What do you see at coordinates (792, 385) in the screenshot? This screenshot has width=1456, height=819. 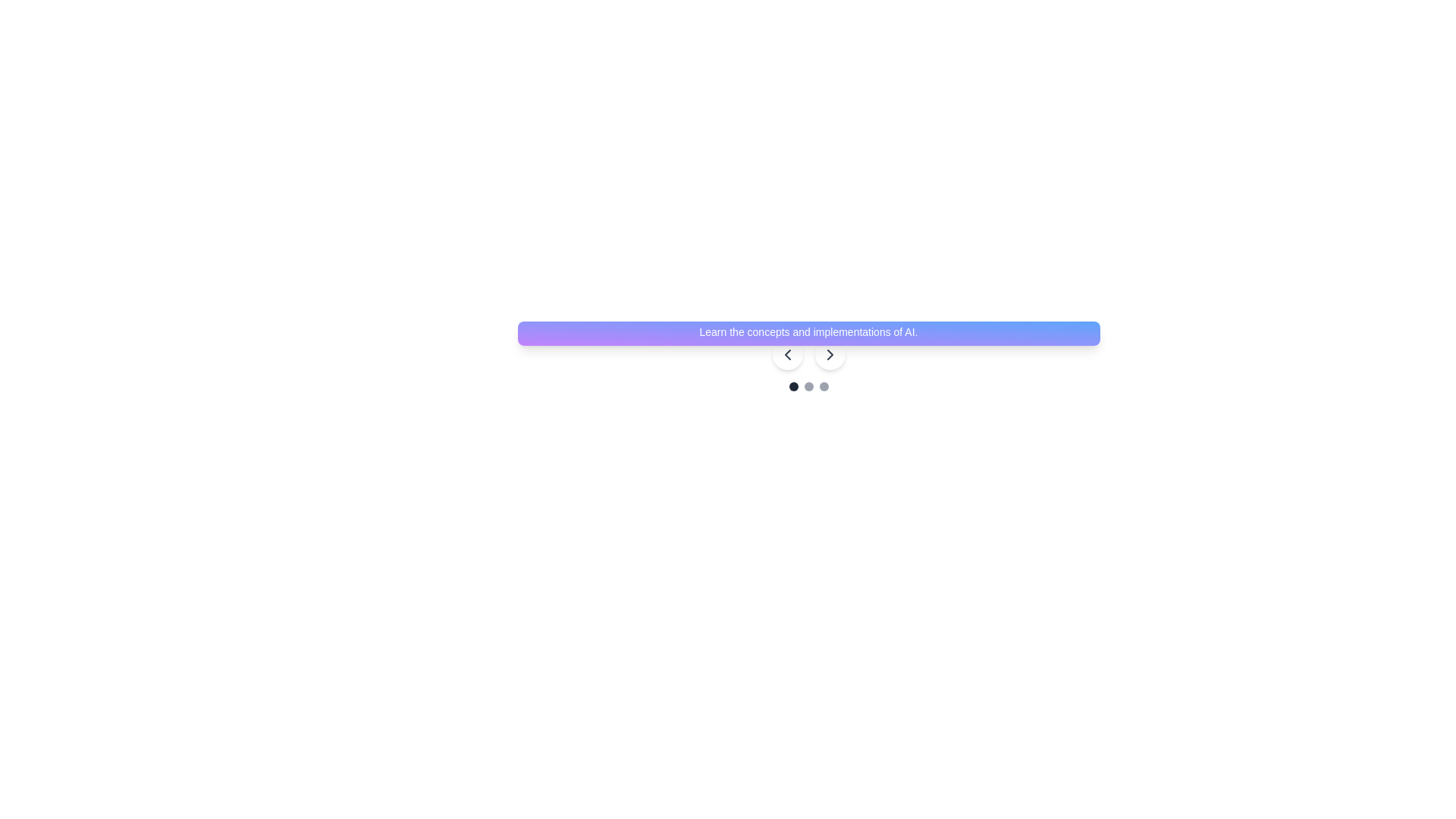 I see `the first circular indicator with a dark gray fill, located below the text banner 'Learn the concepts and implementations of AI.' to trigger a visual effect` at bounding box center [792, 385].